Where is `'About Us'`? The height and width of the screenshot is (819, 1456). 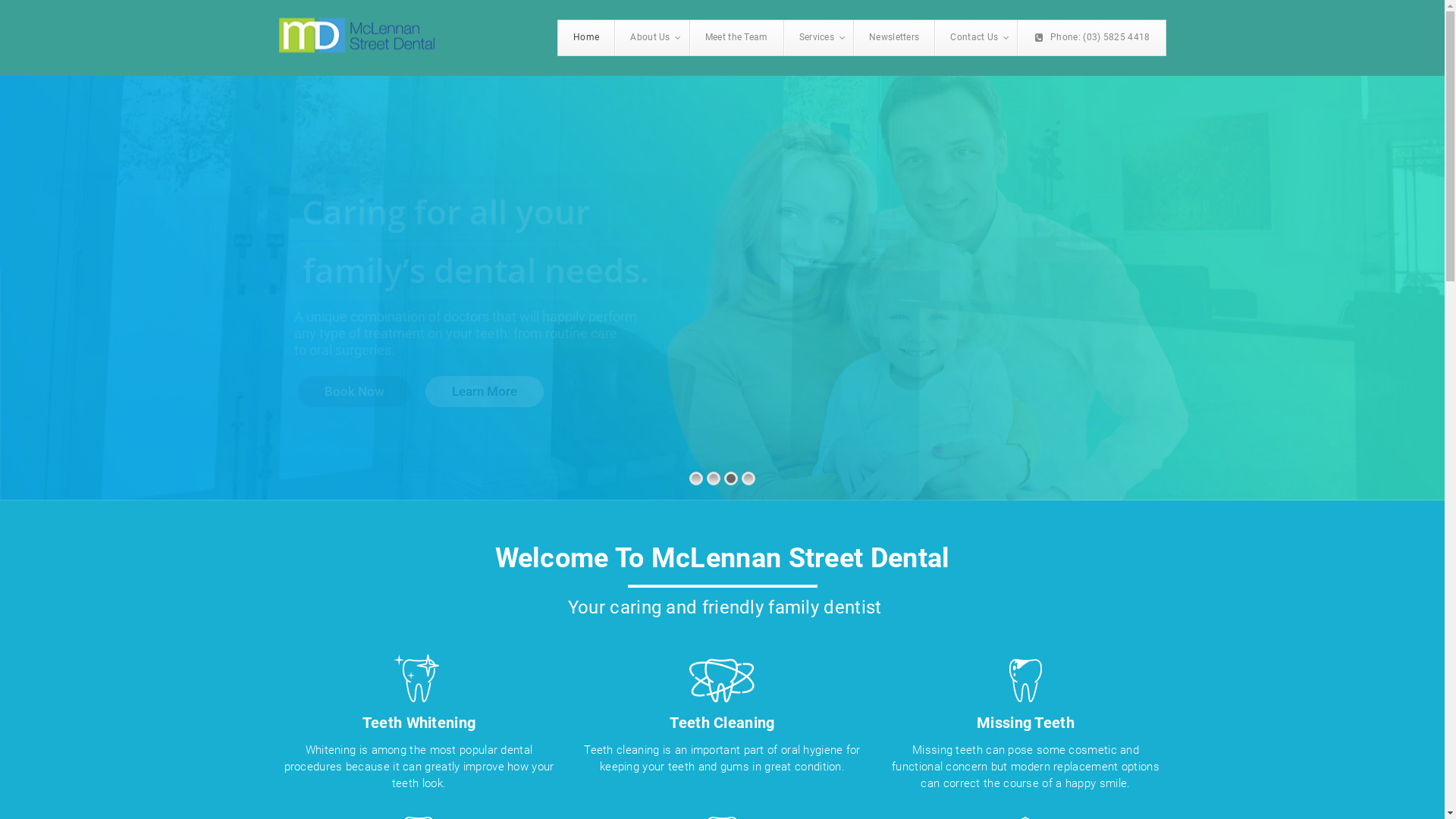
'About Us' is located at coordinates (651, 37).